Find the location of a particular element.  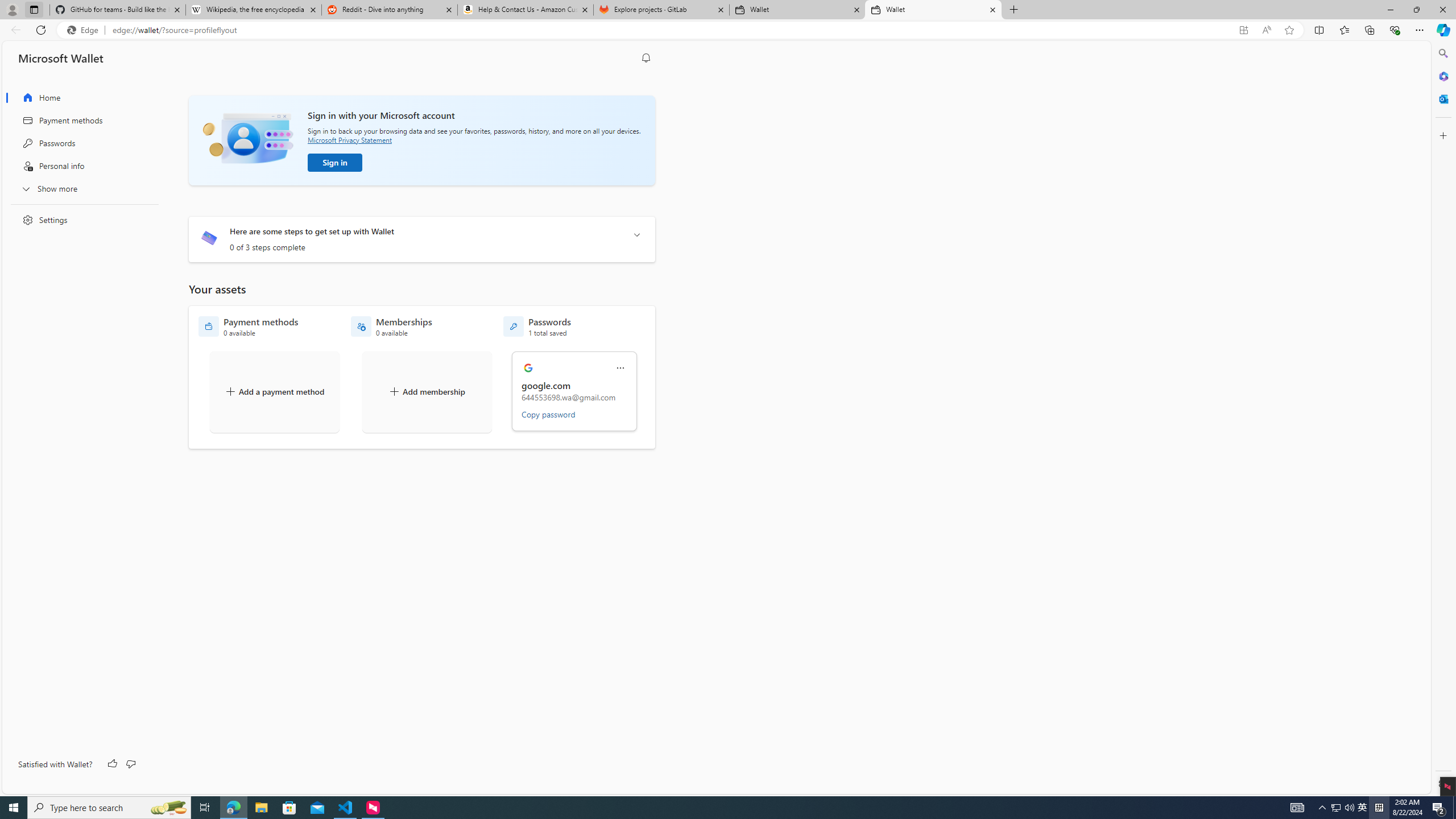

'Passwords' is located at coordinates (81, 142).